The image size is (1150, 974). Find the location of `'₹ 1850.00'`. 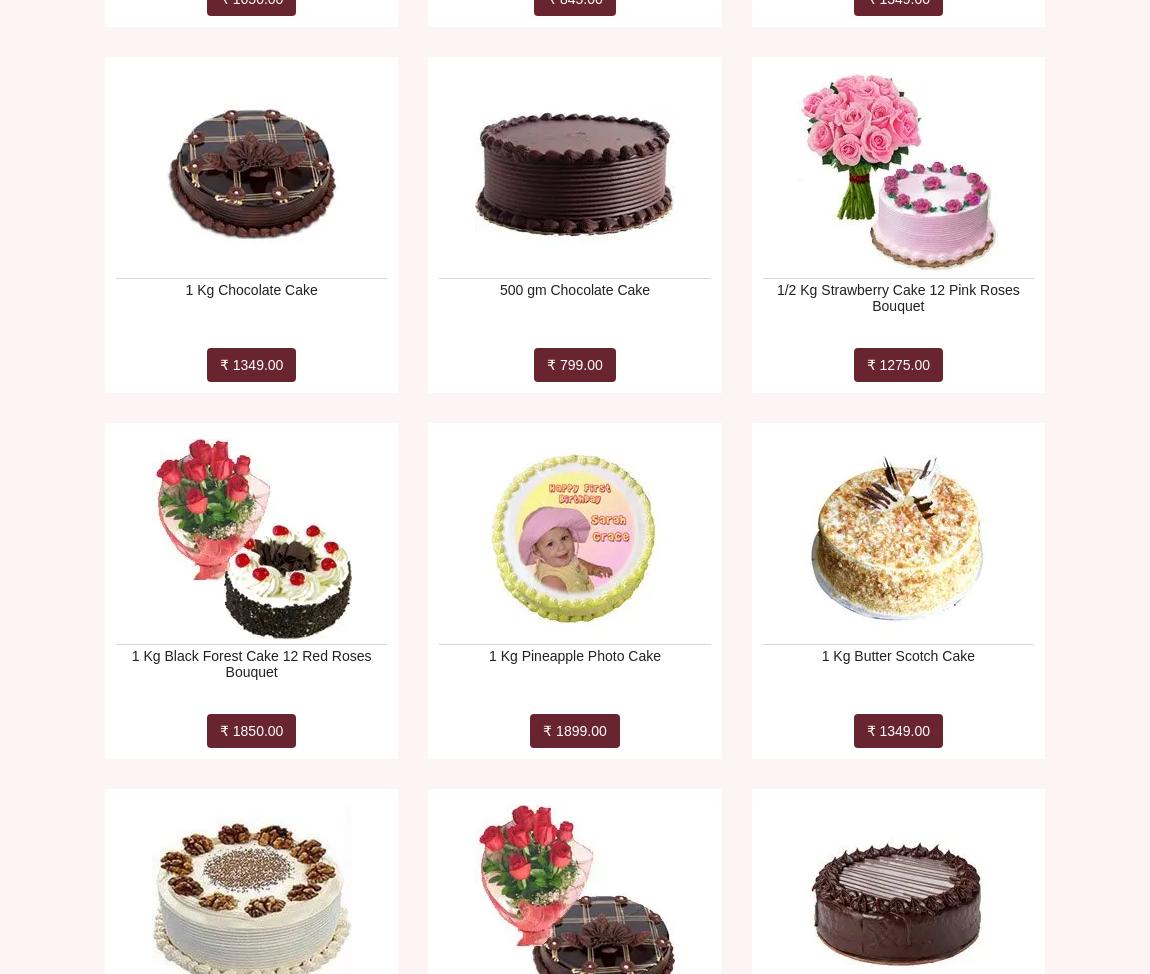

'₹ 1850.00' is located at coordinates (250, 730).